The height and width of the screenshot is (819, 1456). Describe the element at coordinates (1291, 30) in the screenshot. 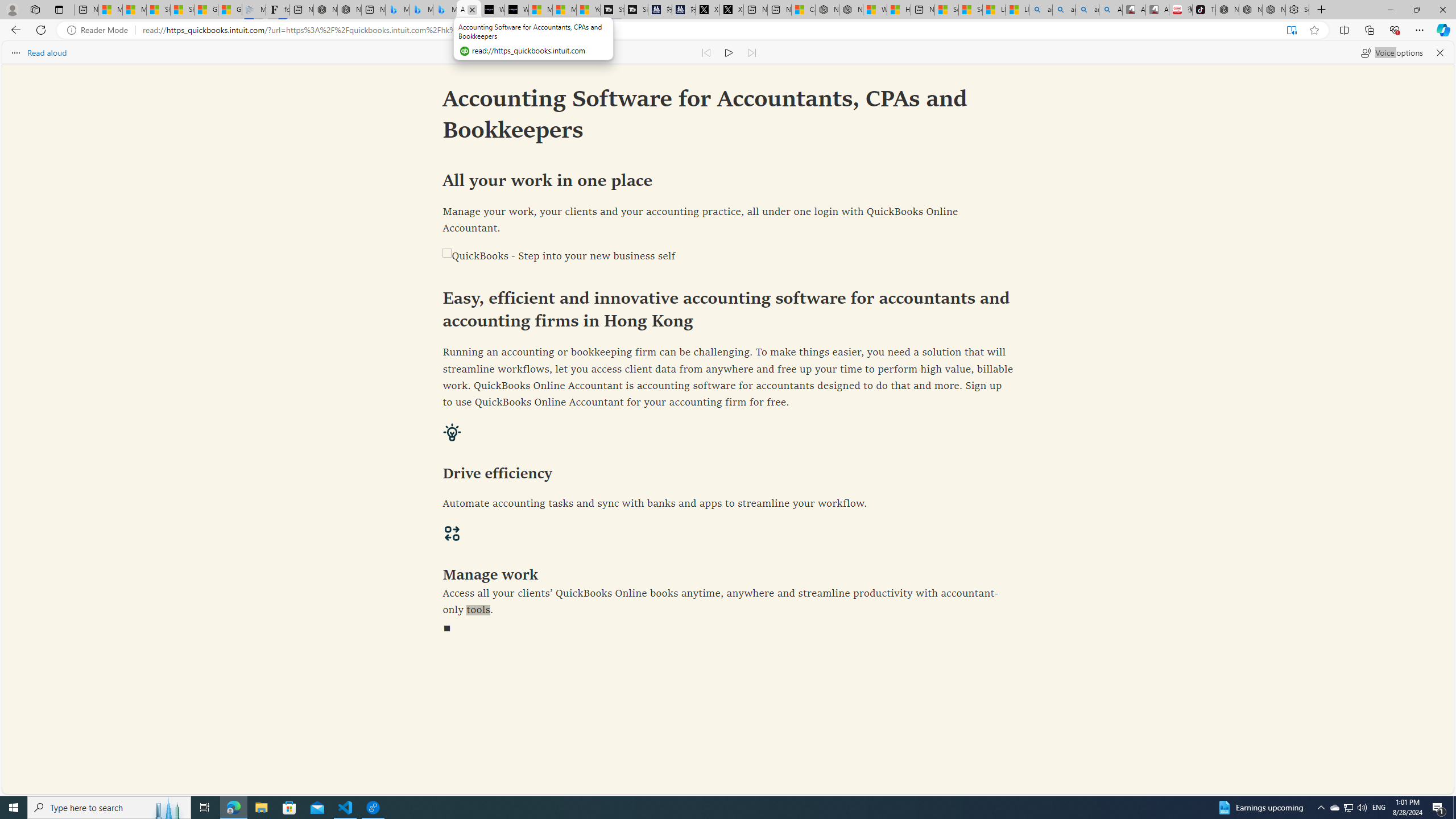

I see `'Exit Immersive Reader (F9)'` at that location.